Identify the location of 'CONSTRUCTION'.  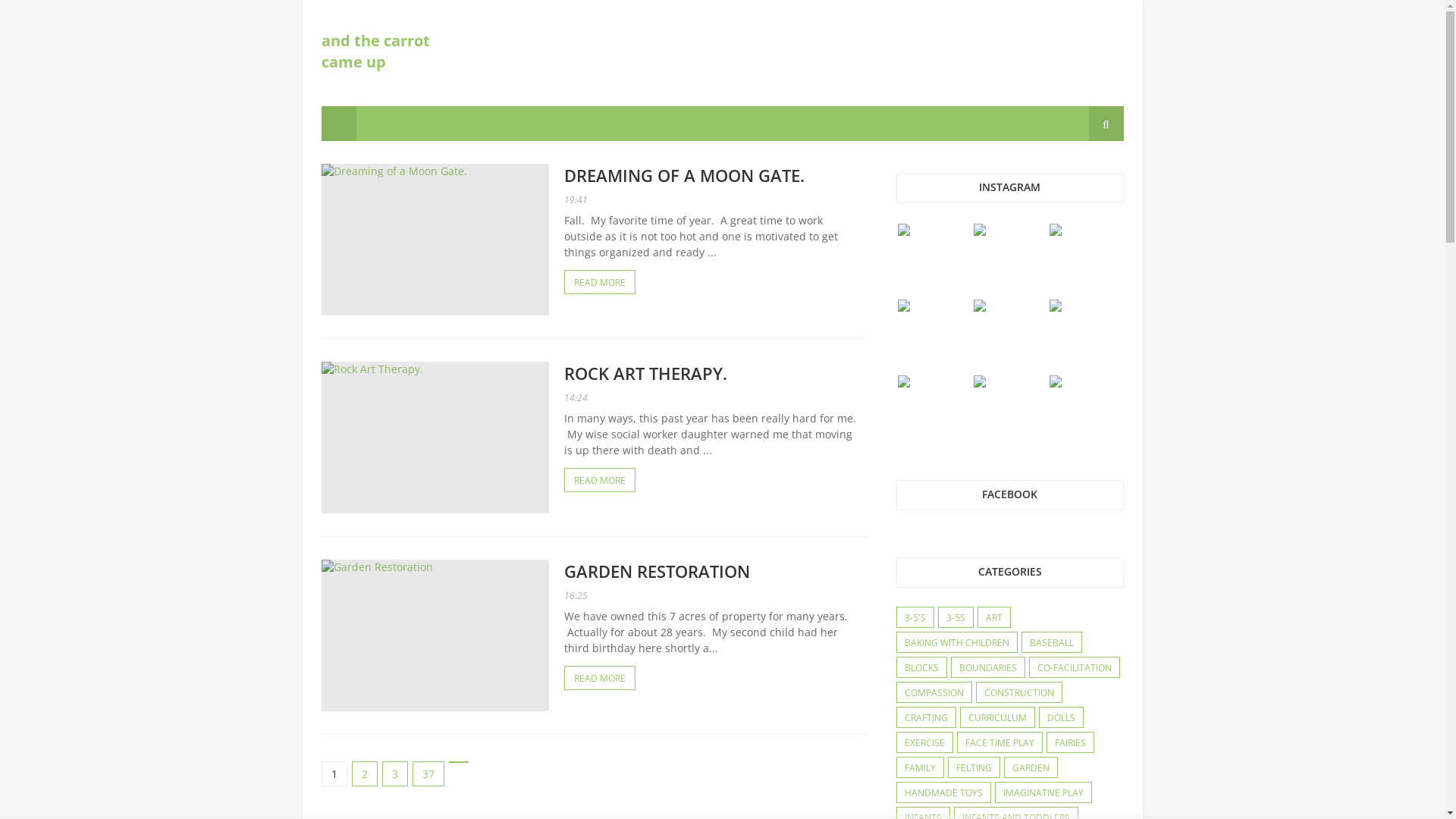
(1019, 693).